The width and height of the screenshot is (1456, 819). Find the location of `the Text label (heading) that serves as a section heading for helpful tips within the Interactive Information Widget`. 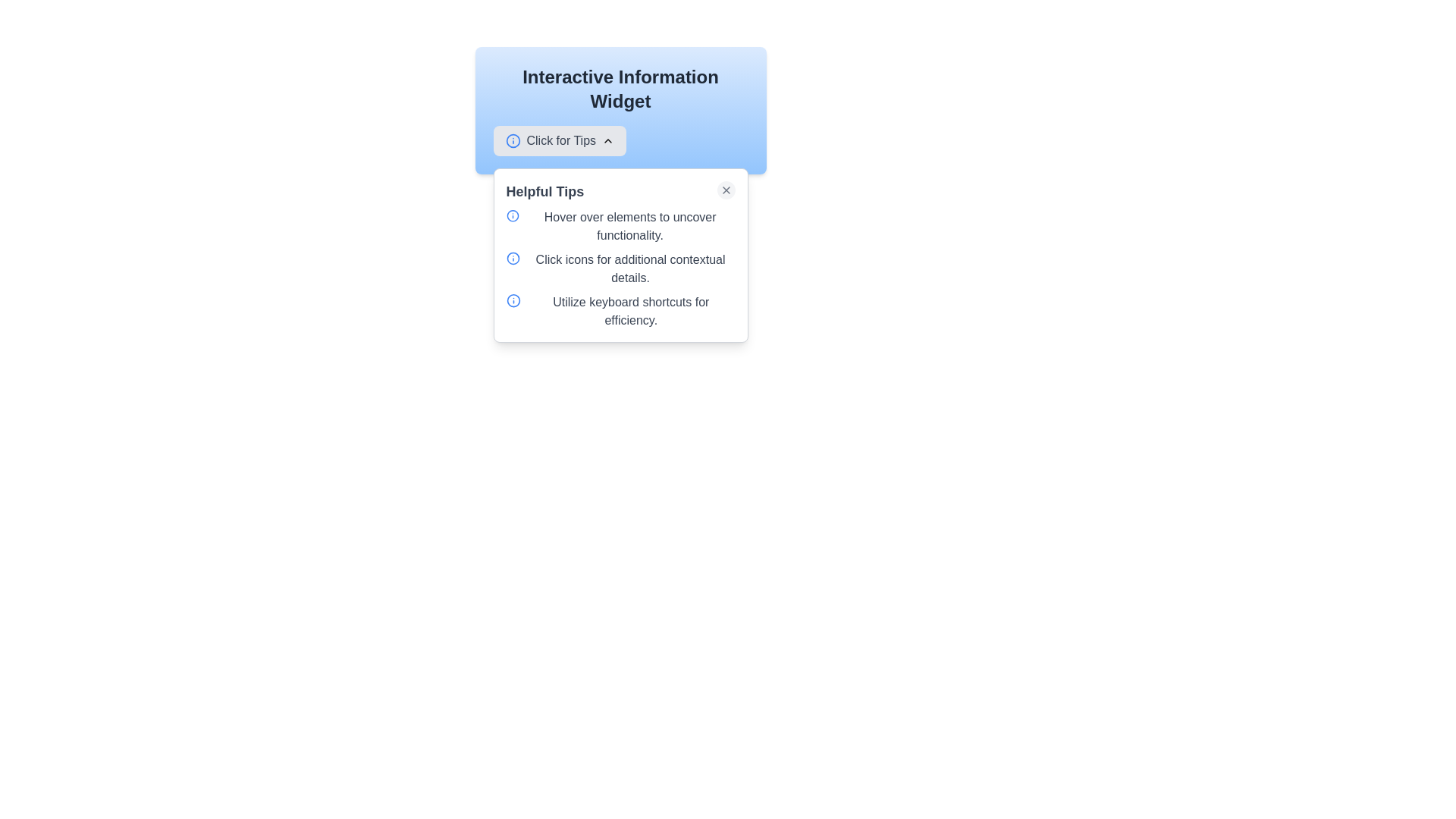

the Text label (heading) that serves as a section heading for helpful tips within the Interactive Information Widget is located at coordinates (544, 191).